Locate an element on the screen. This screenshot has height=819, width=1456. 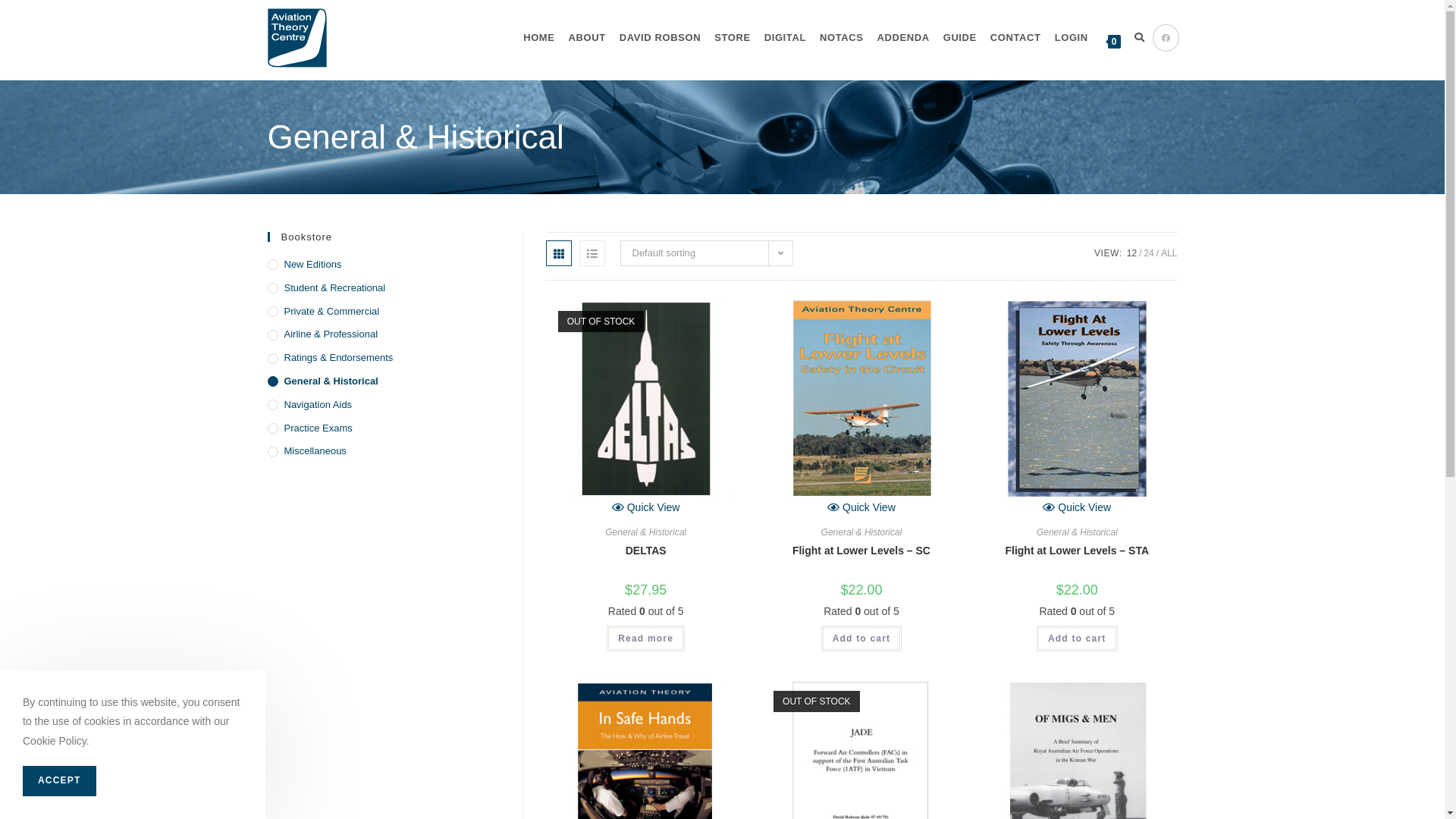
'HOME' is located at coordinates (538, 37).